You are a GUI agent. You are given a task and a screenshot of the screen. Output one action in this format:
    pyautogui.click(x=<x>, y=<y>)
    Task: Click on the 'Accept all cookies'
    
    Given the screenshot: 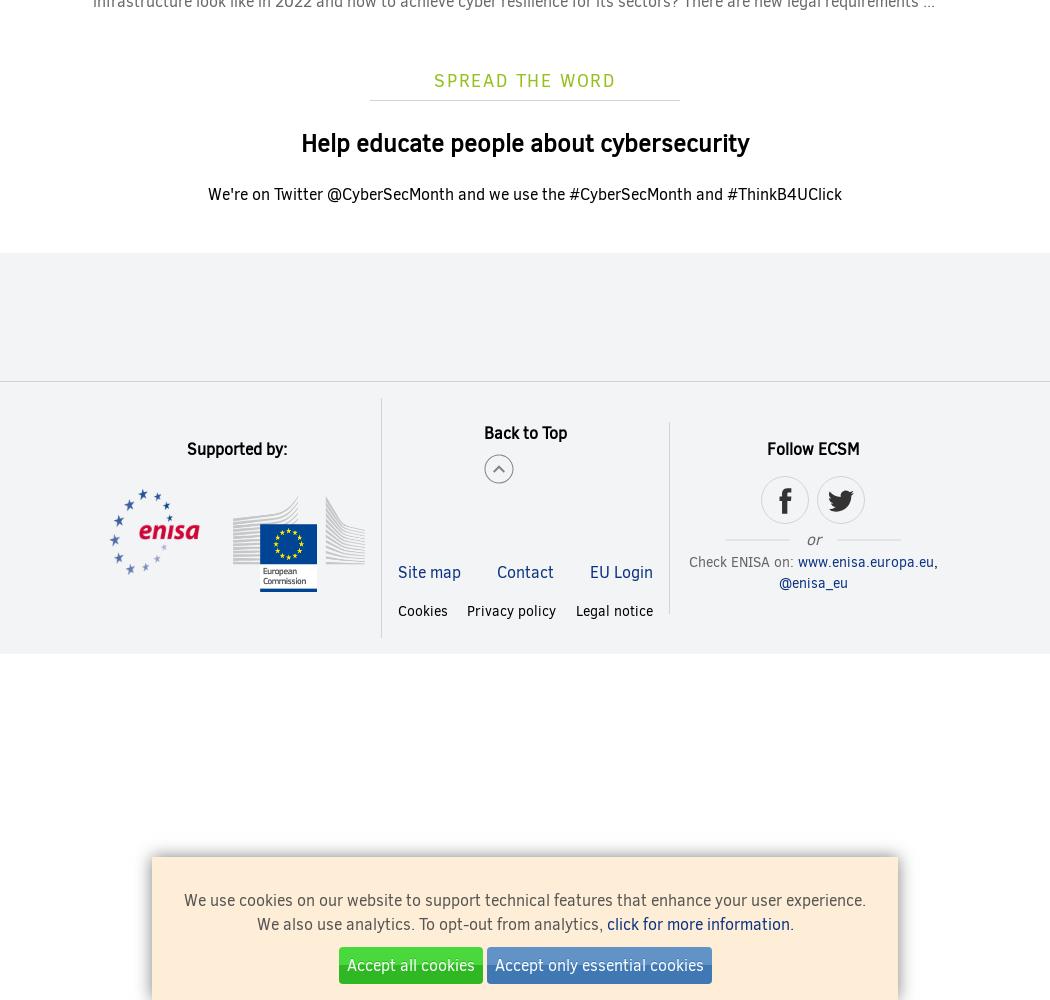 What is the action you would take?
    pyautogui.click(x=410, y=963)
    